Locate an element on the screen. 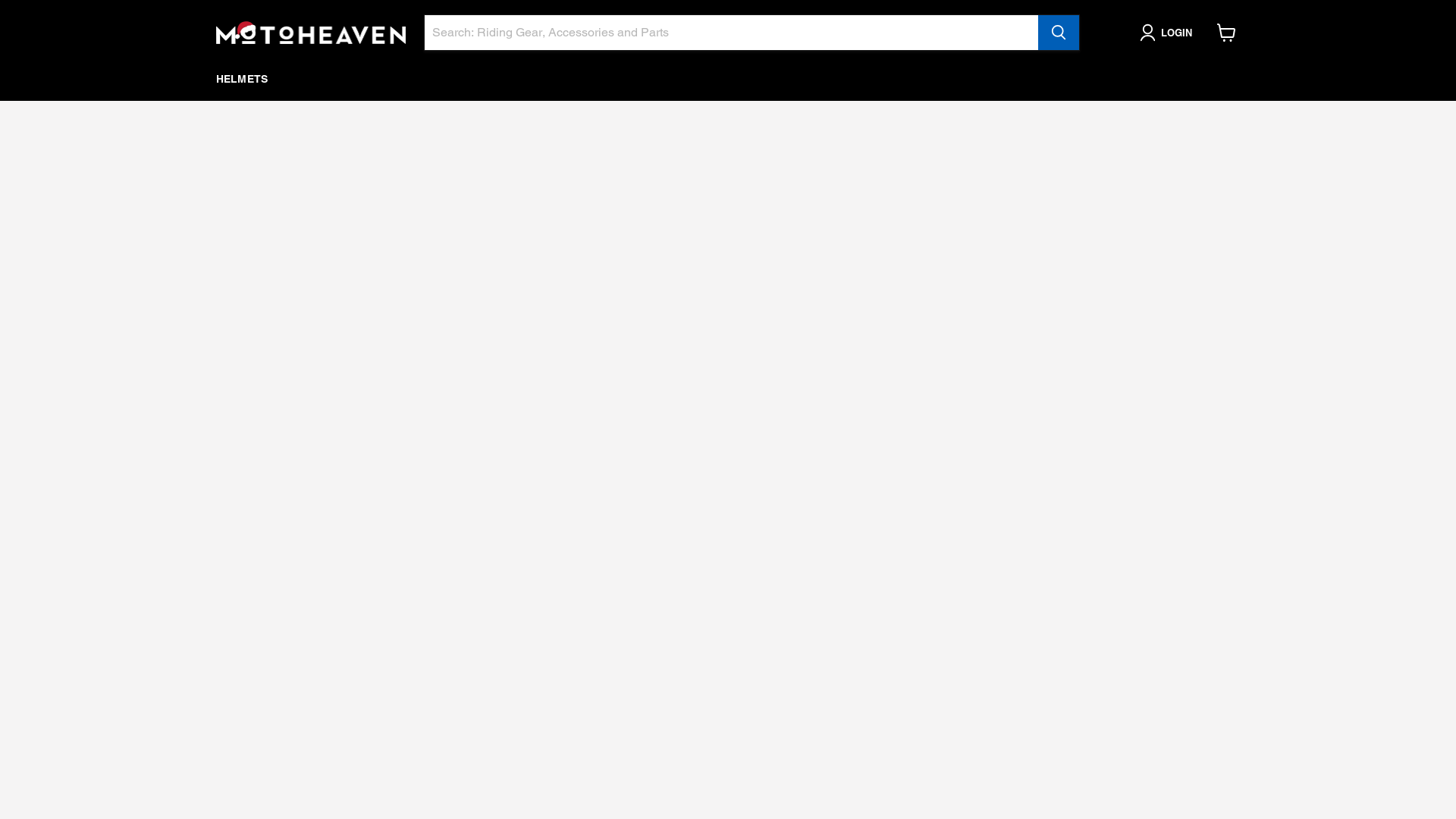 The width and height of the screenshot is (1456, 819). 'View cart' is located at coordinates (1208, 32).